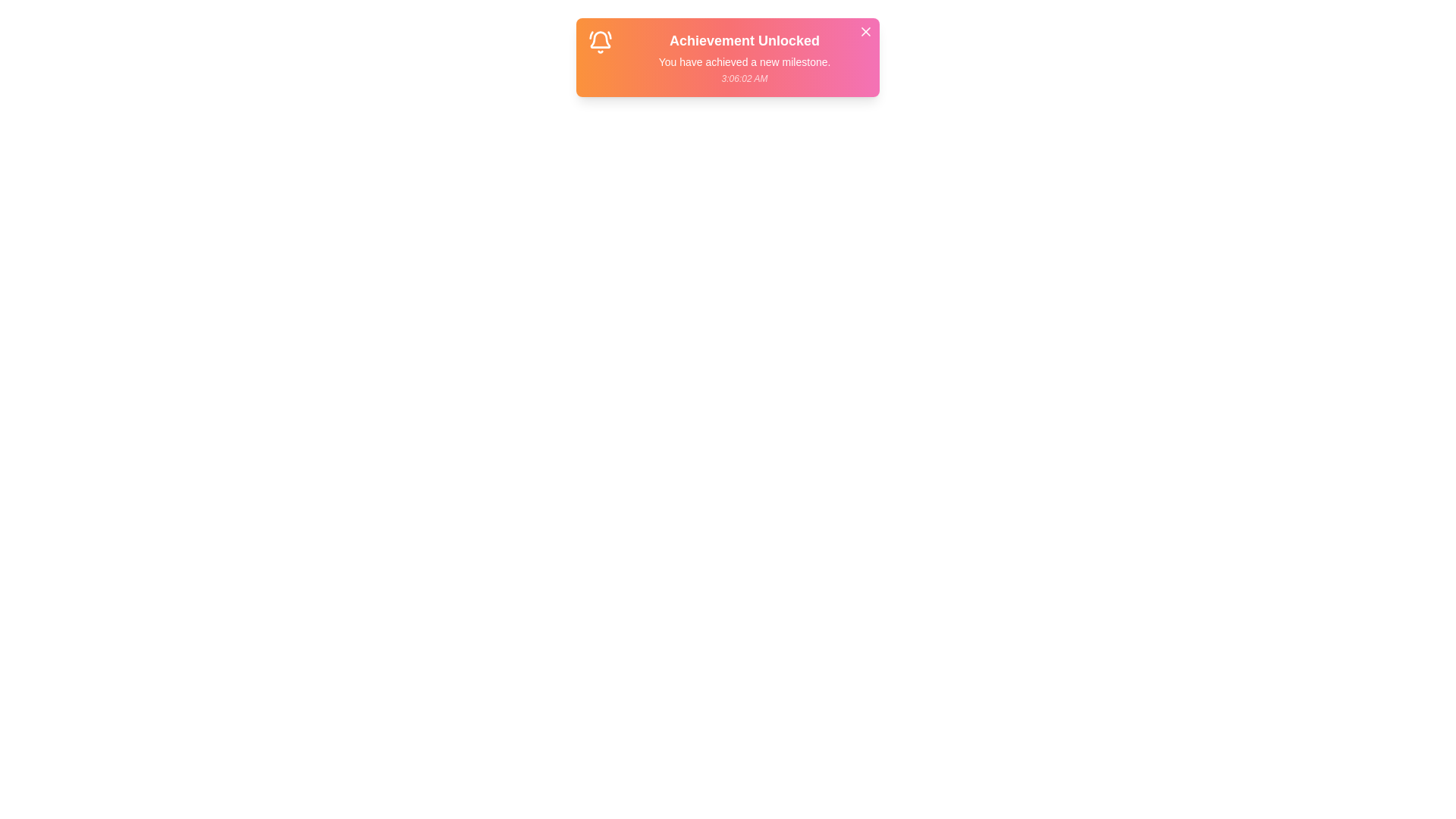 The height and width of the screenshot is (819, 1456). I want to click on the text content of the notification: Timestamp, so click(745, 79).